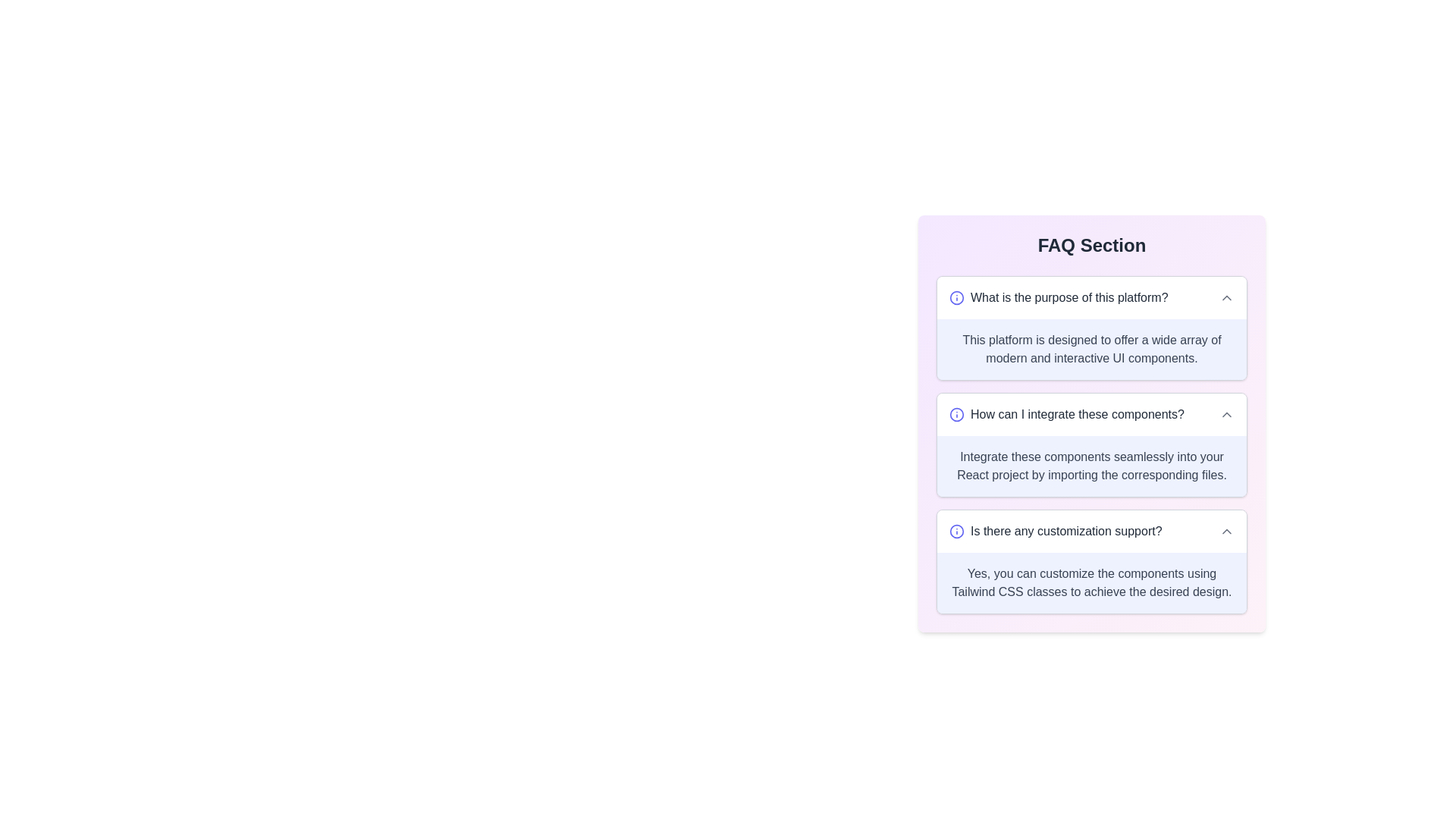  I want to click on the SVG Icon on the right side of the row containing the question 'How can I integrate these components?', so click(1226, 415).